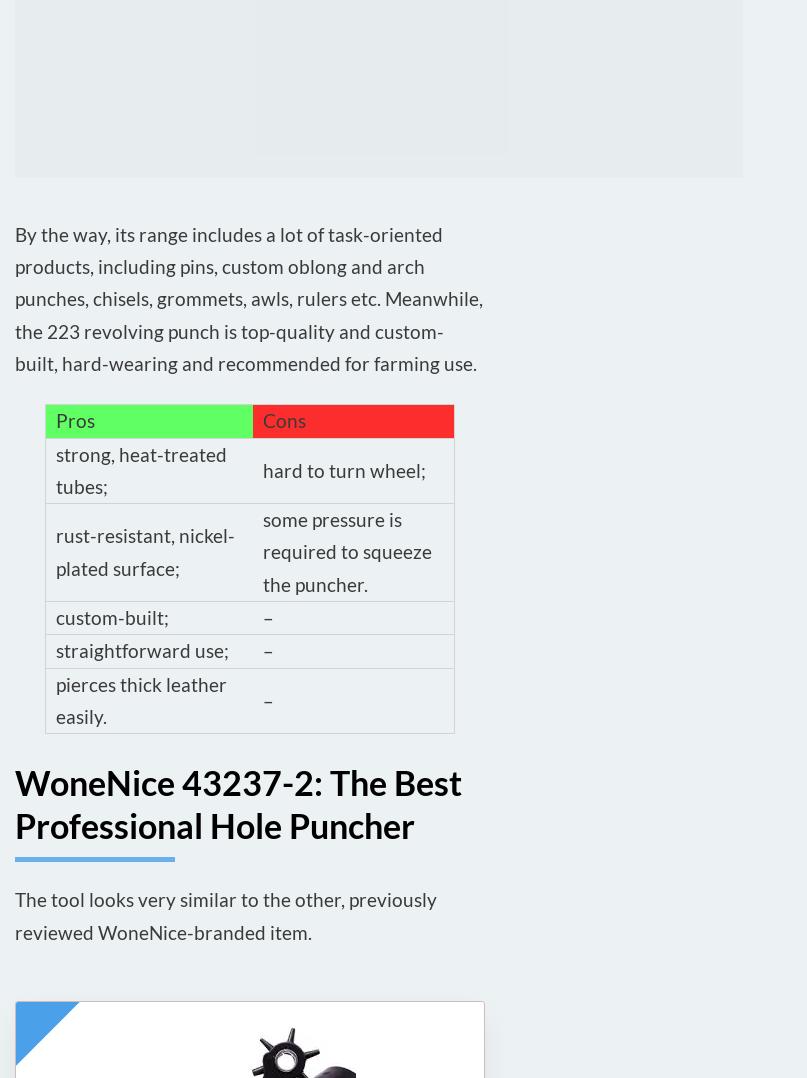 The width and height of the screenshot is (807, 1078). I want to click on 'By the way, its range includes a lot of task-oriented products, including pins, custom oblong and arch punches, chisels, grommets, awls, rulers etc. Meanwhile, the 223 revolving punch is top-quality and custom-built, hard-wearing and recommended for farming use.', so click(248, 298).